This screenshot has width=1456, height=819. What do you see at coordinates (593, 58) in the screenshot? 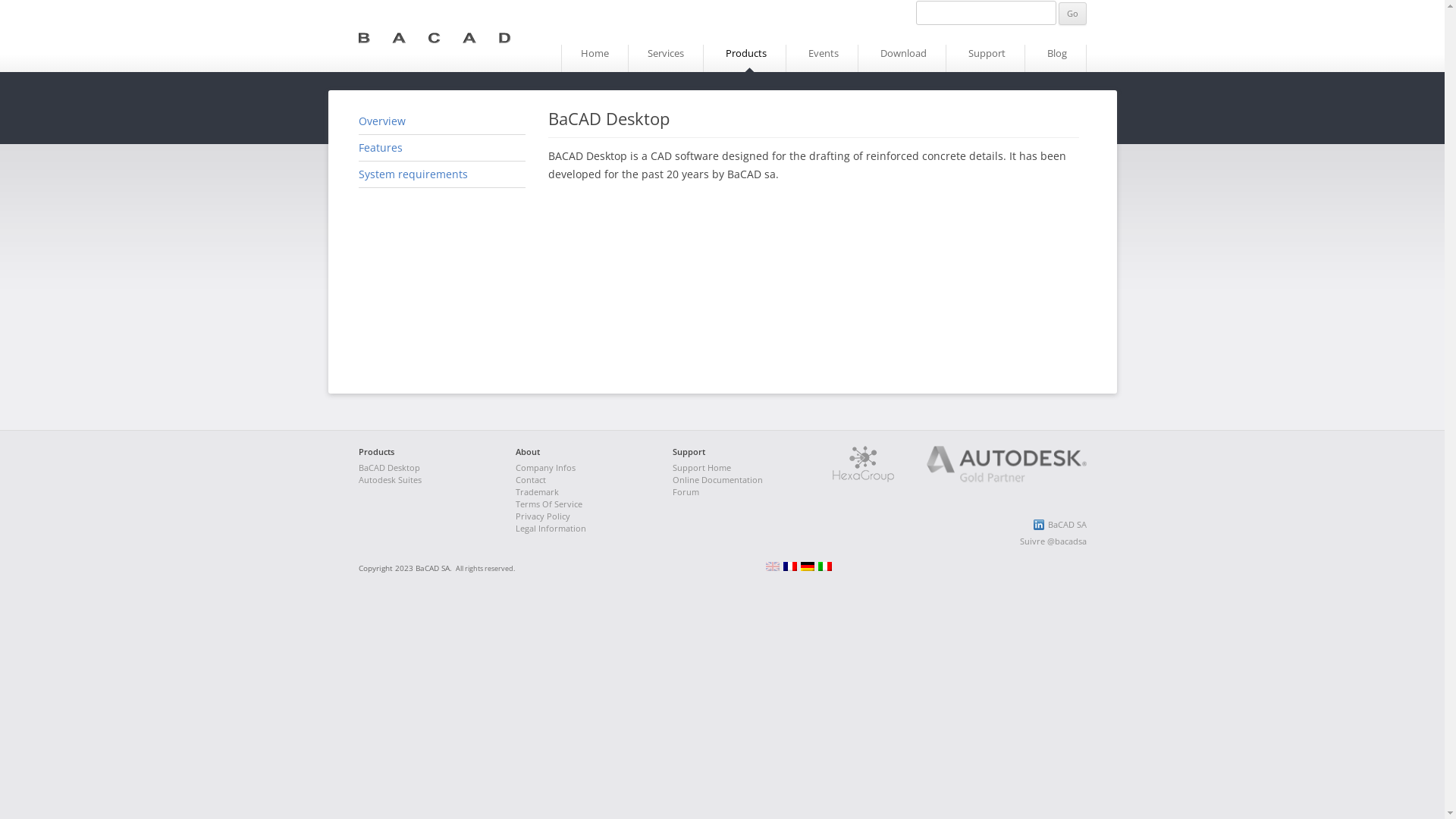
I see `'Home'` at bounding box center [593, 58].